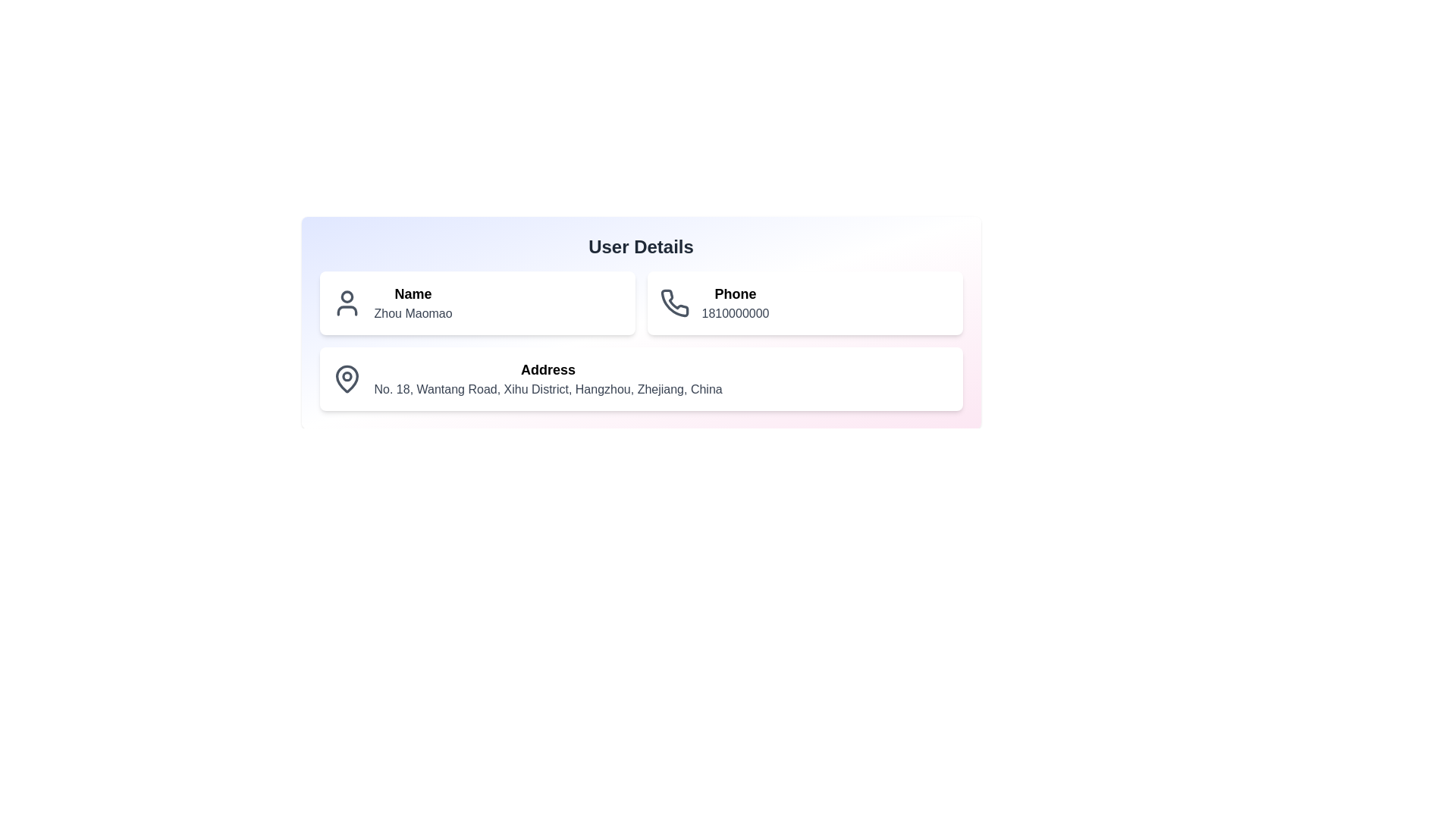 This screenshot has height=819, width=1456. What do you see at coordinates (735, 294) in the screenshot?
I see `the Text Label indicating the phone number in the user details panel, located at the top right section above the phone number text` at bounding box center [735, 294].